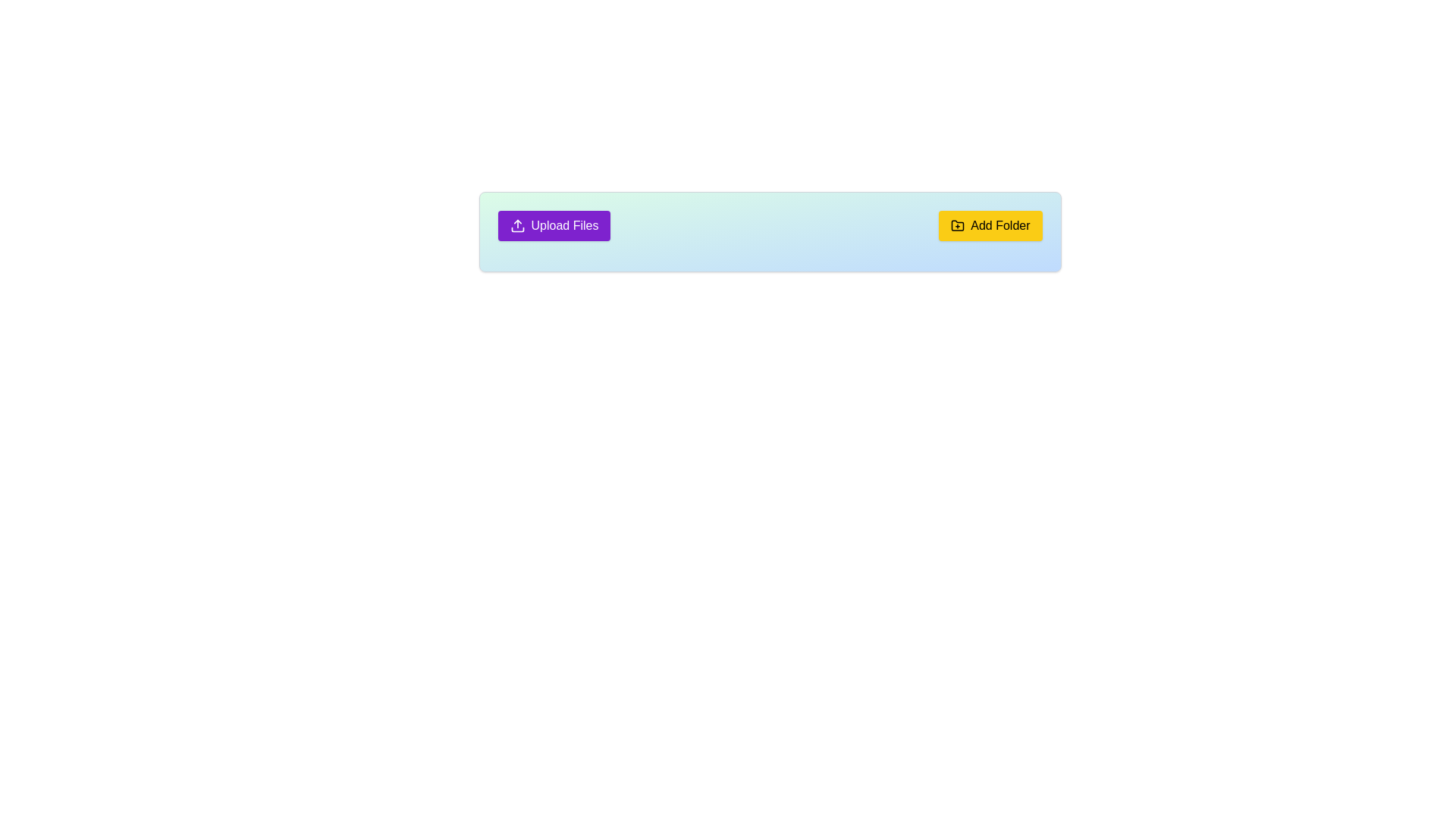 Image resolution: width=1456 pixels, height=819 pixels. What do you see at coordinates (553, 225) in the screenshot?
I see `the rectangular purple button labeled 'Upload Files'` at bounding box center [553, 225].